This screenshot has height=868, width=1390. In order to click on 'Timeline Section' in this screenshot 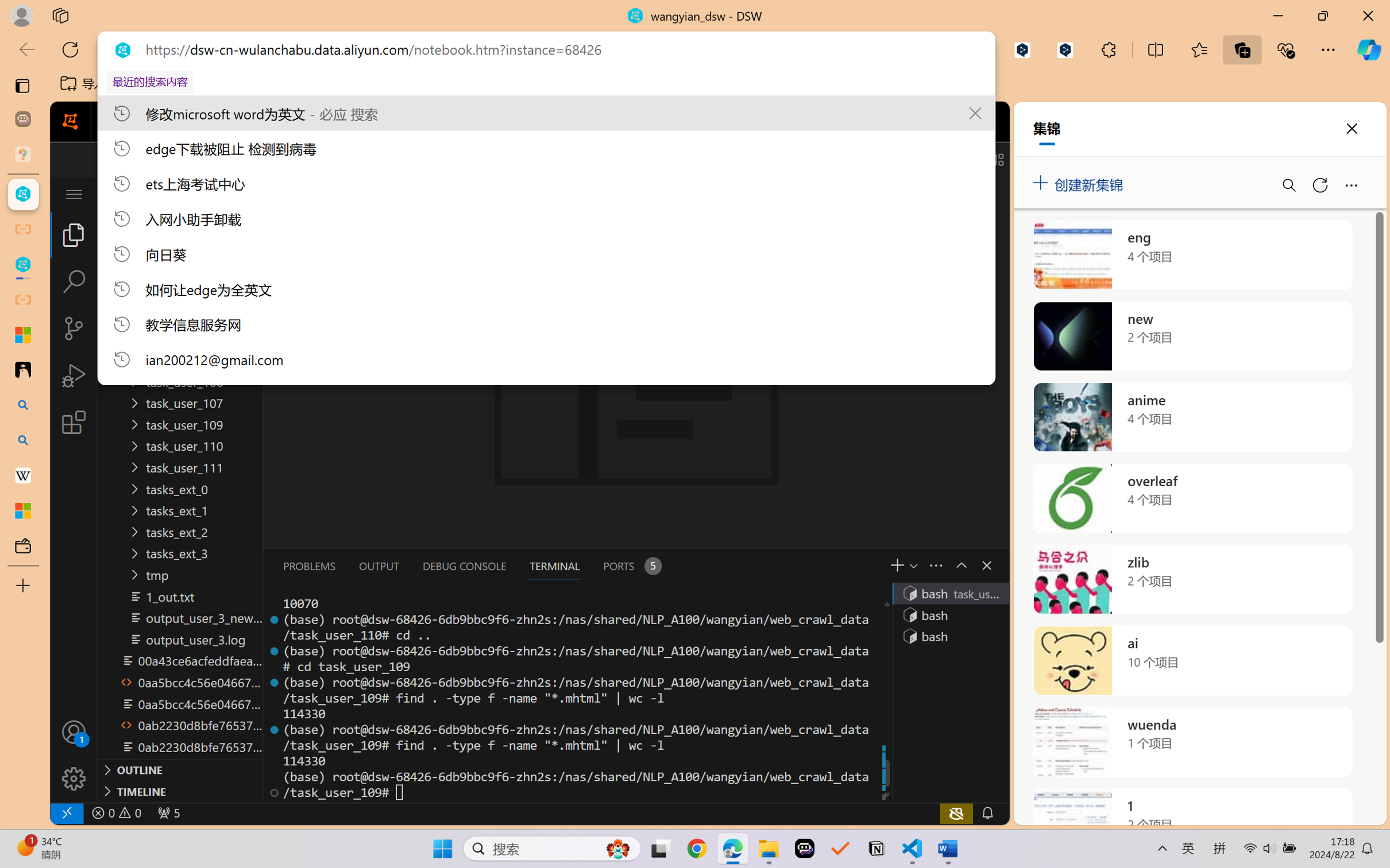, I will do `click(180, 791)`.